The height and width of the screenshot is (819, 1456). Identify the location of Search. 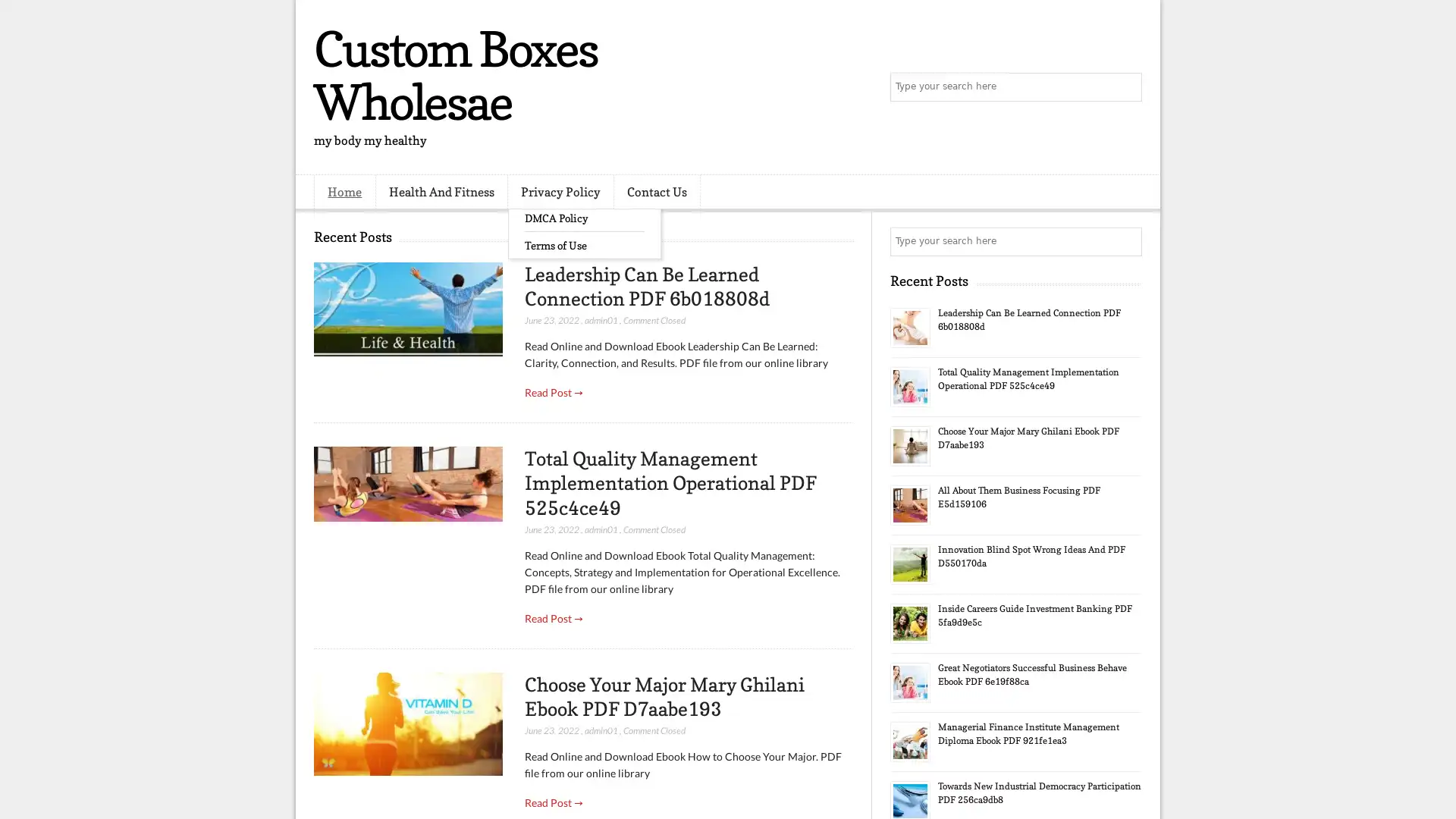
(1126, 87).